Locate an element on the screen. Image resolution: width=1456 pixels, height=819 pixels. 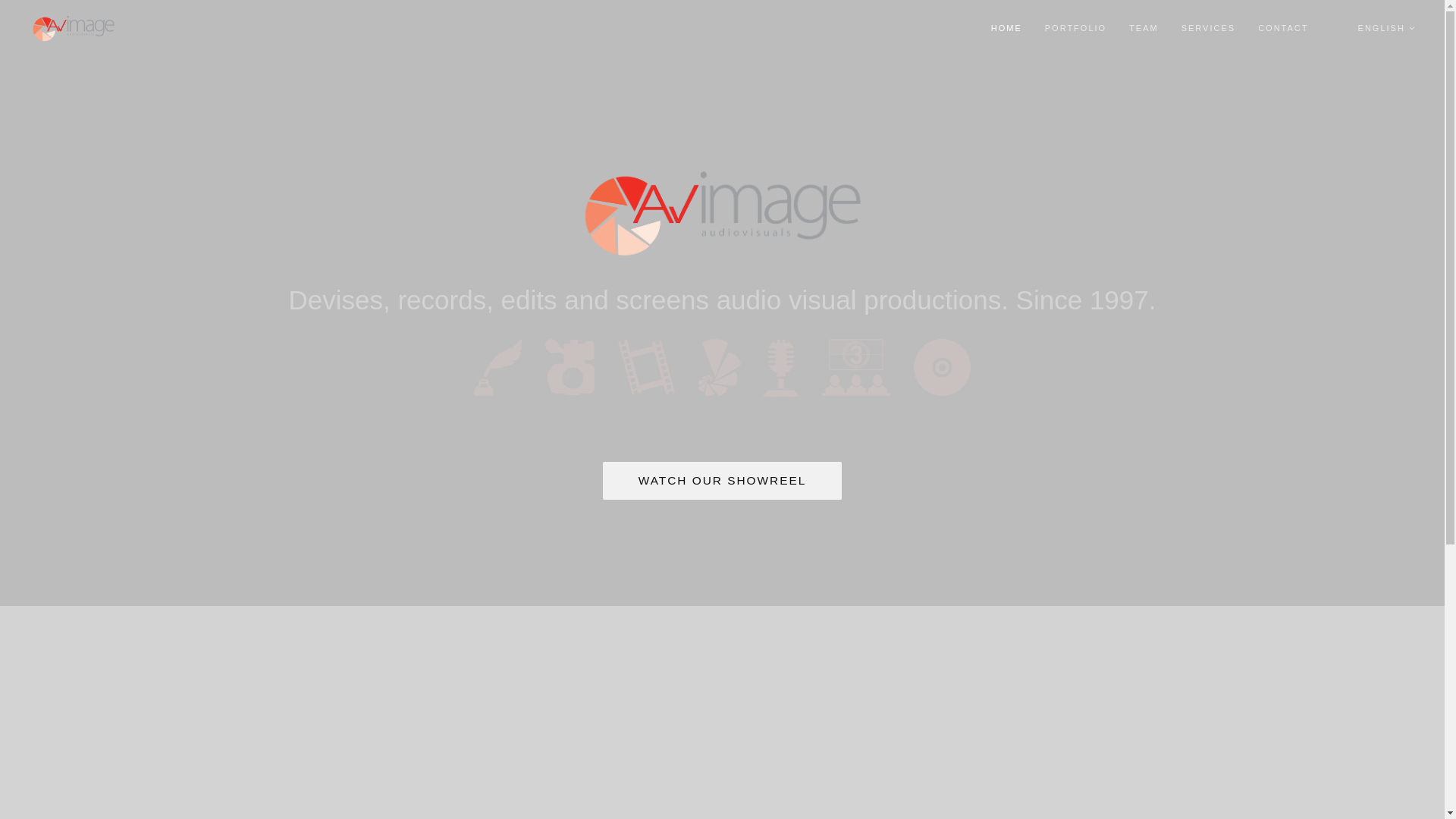
'CONTACT' is located at coordinates (1282, 28).